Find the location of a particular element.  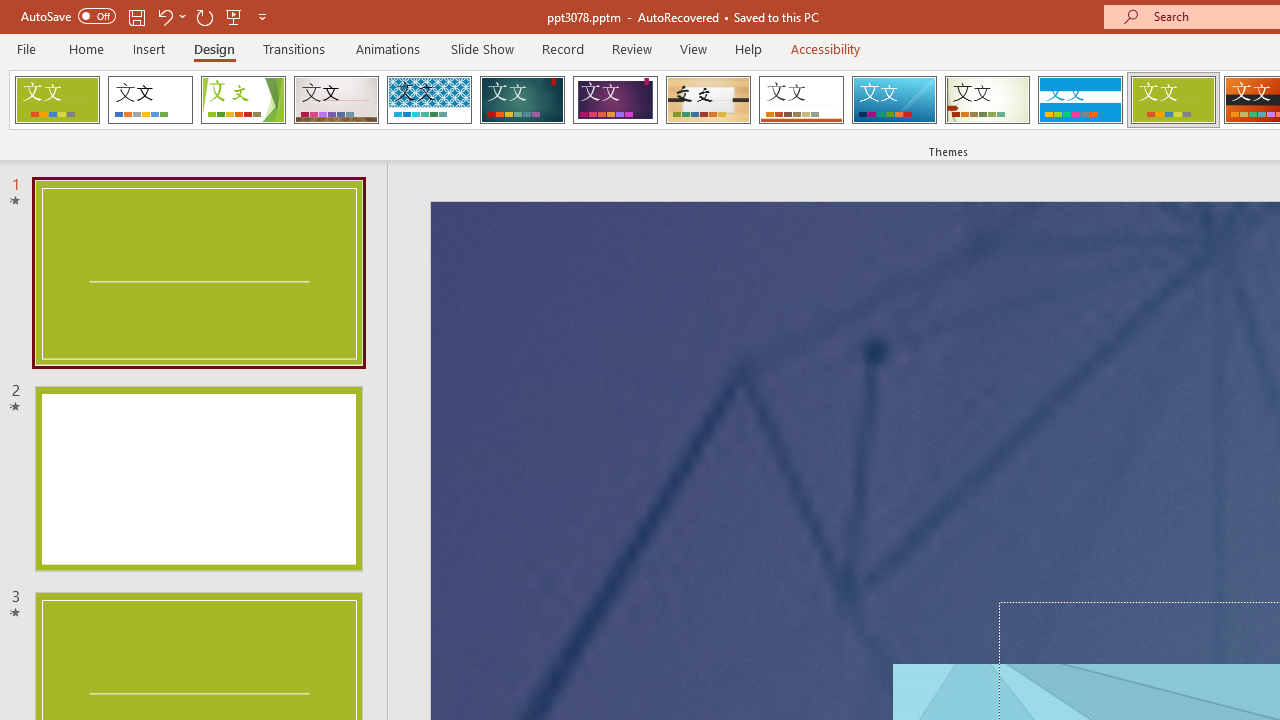

'Office Theme' is located at coordinates (149, 100).